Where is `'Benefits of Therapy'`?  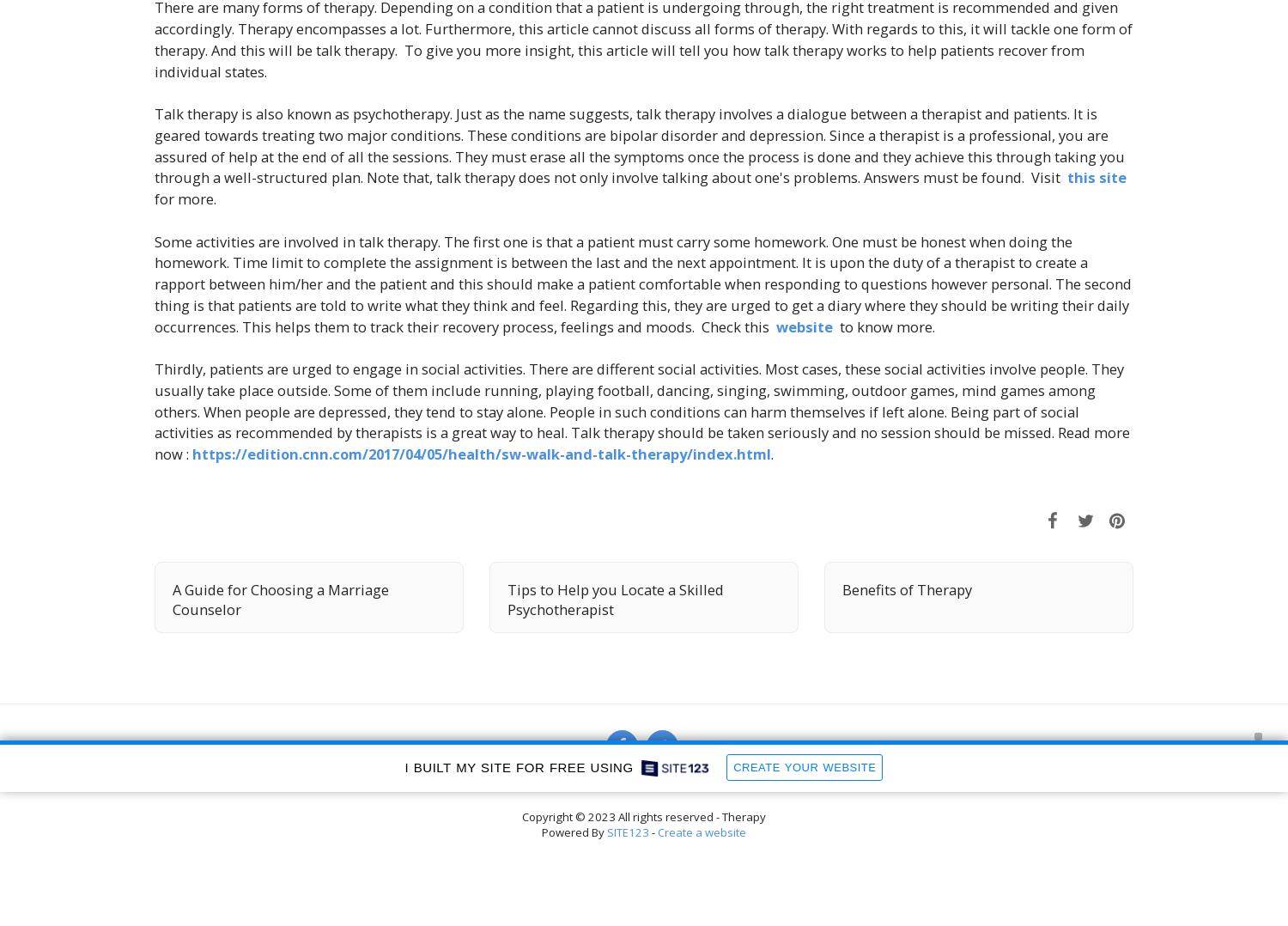
'Benefits of Therapy' is located at coordinates (907, 588).